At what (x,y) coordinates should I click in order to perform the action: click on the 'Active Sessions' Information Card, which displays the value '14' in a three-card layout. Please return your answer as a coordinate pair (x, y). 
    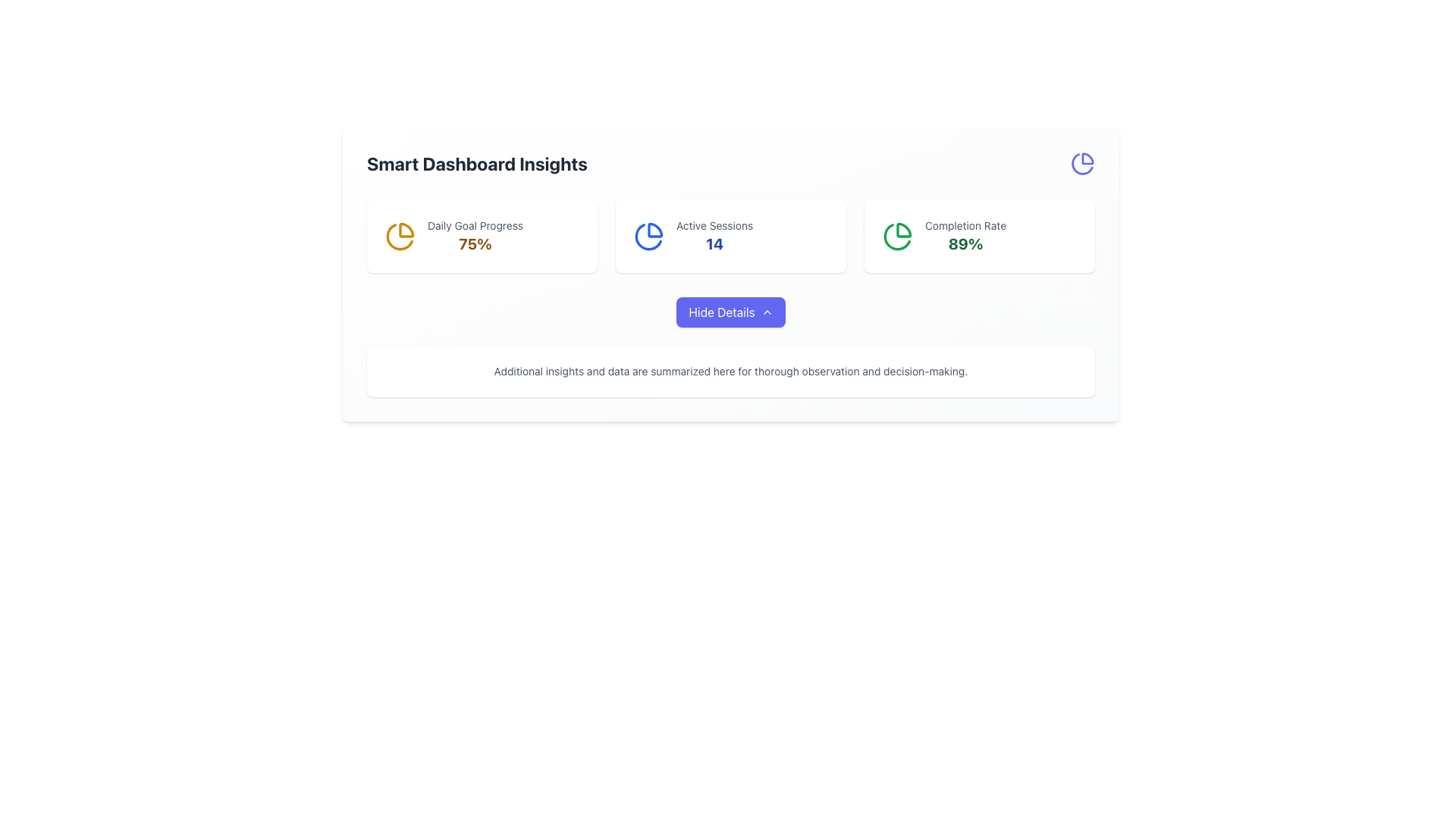
    Looking at the image, I should click on (731, 237).